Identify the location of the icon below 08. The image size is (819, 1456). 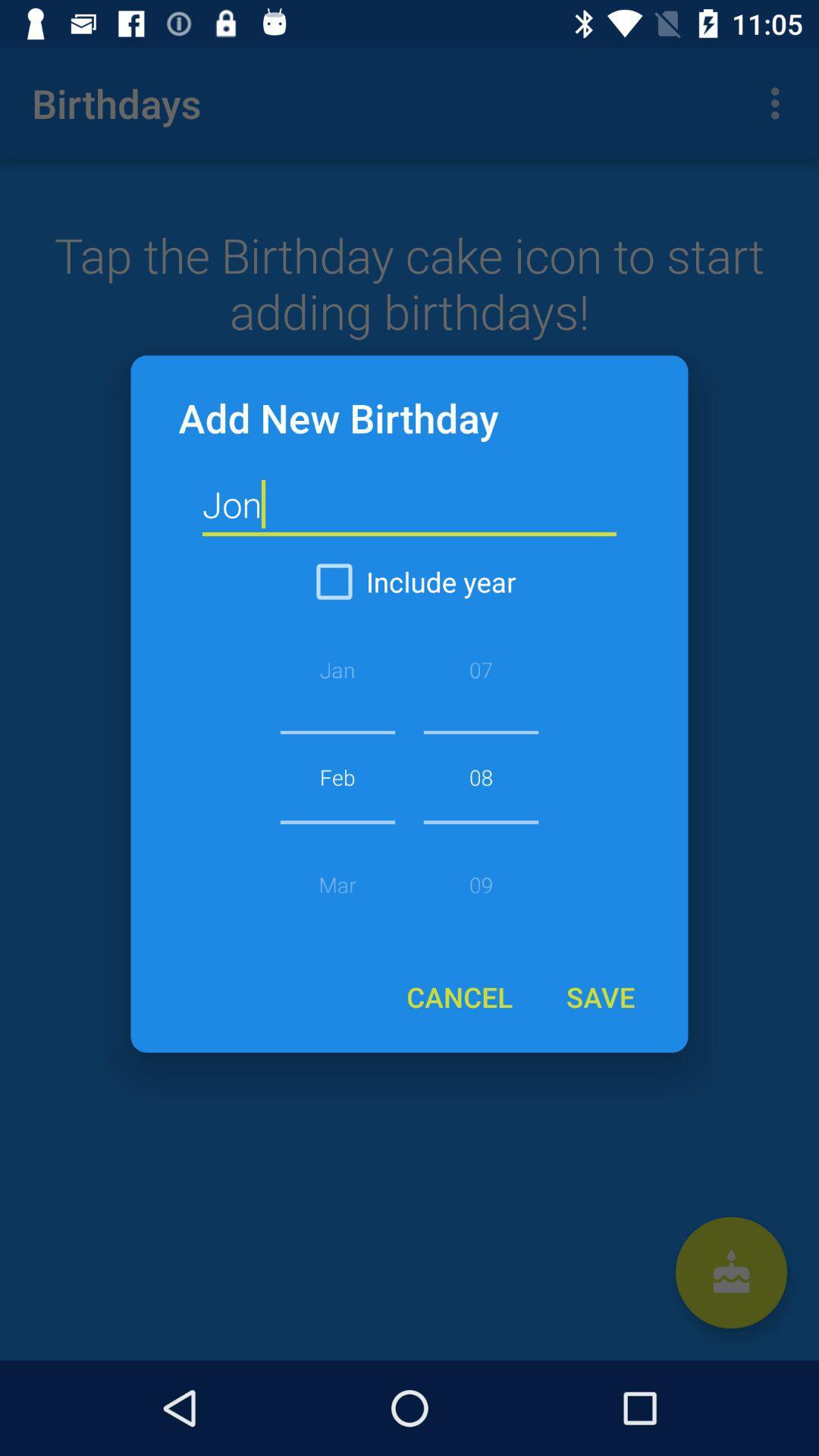
(599, 996).